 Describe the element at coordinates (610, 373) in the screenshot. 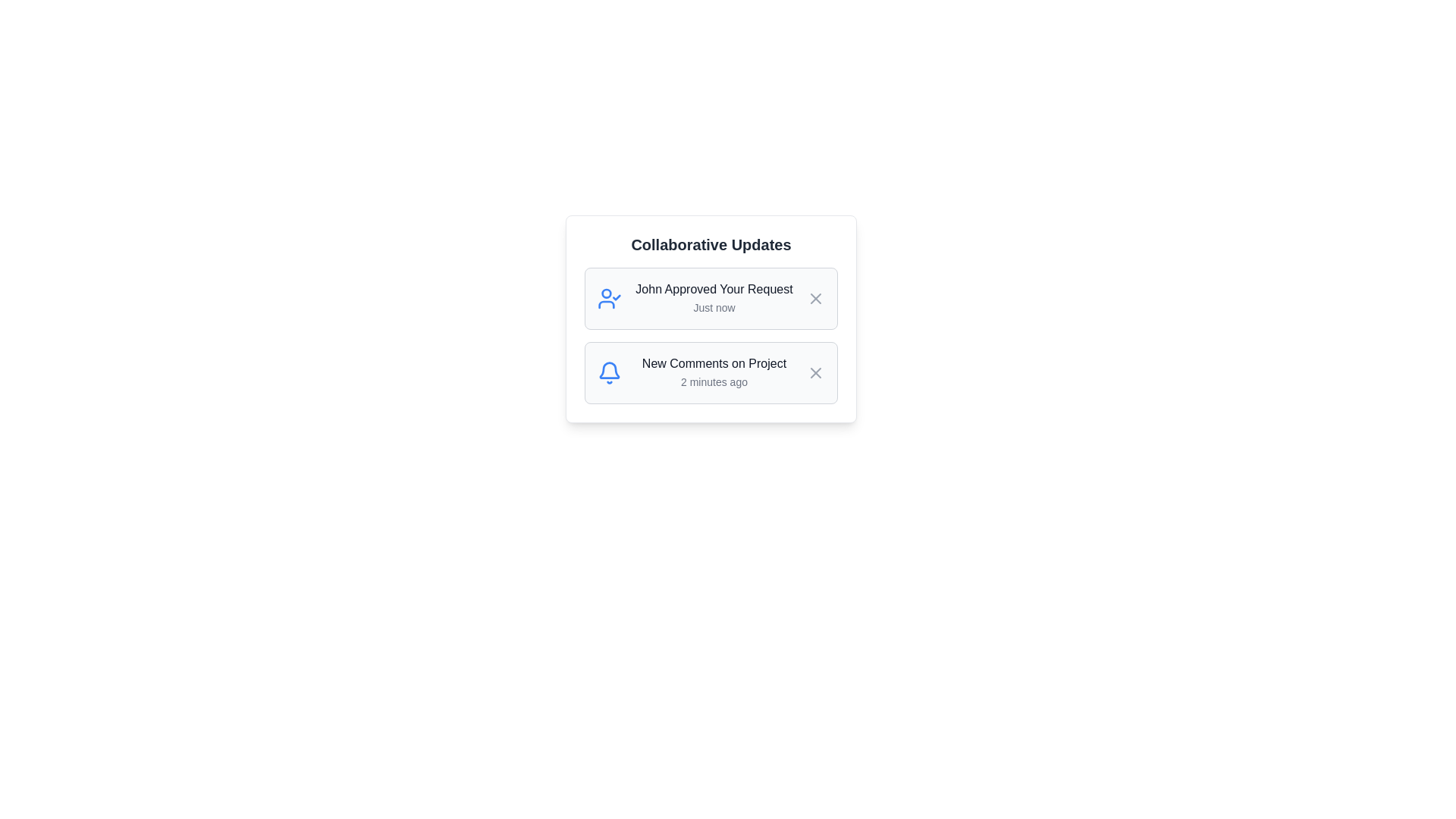

I see `the notification icon that indicates updates for 'New Comments on Project 2 minutes ago', located at the leftmost region of the lower notification card` at that location.